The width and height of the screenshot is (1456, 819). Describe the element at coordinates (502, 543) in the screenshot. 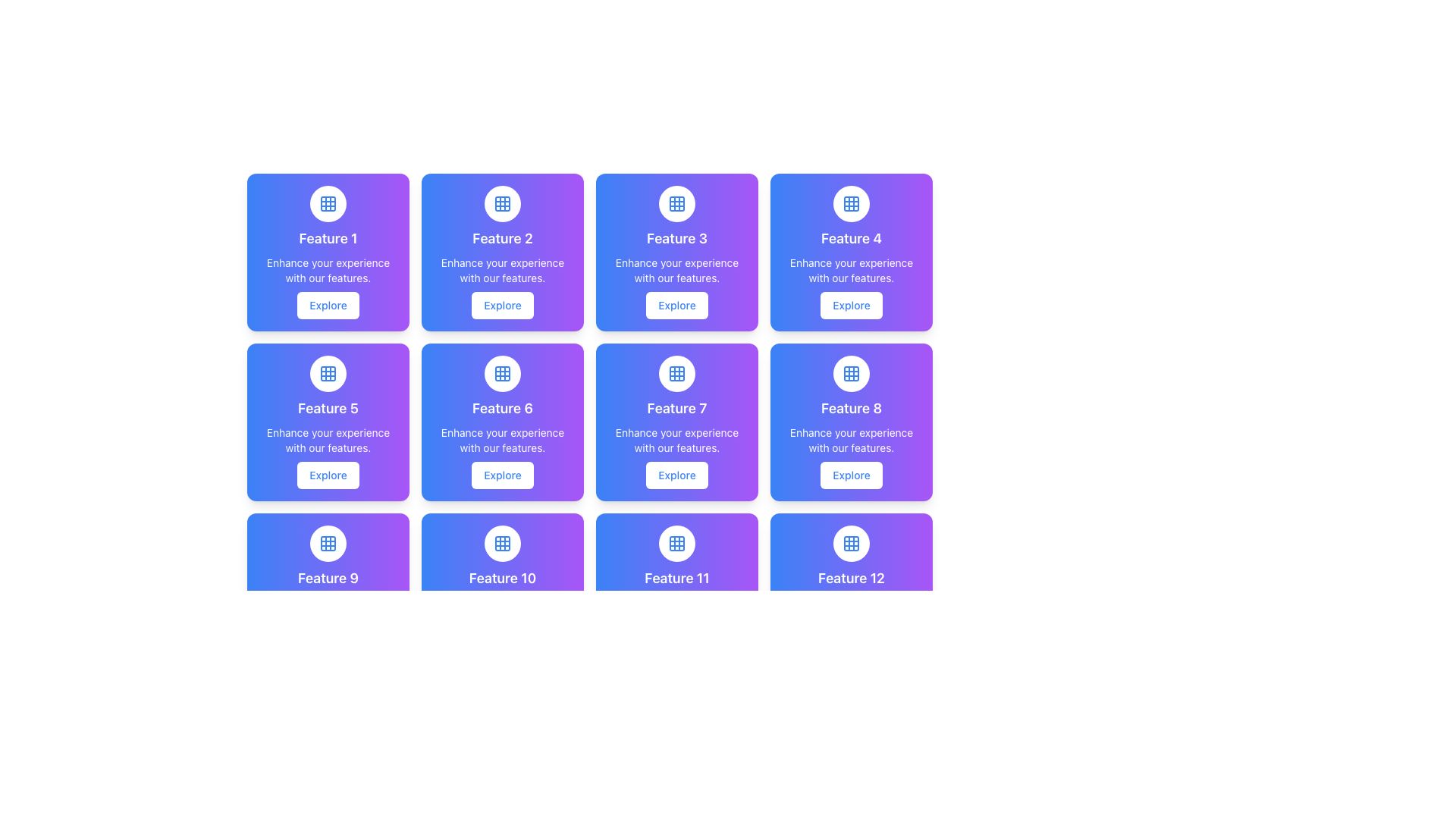

I see `the small square with rounded corners in the SVG grid icon located at the top of the 'Feature 10' card, which is the second card in the last row of the grid layout` at that location.